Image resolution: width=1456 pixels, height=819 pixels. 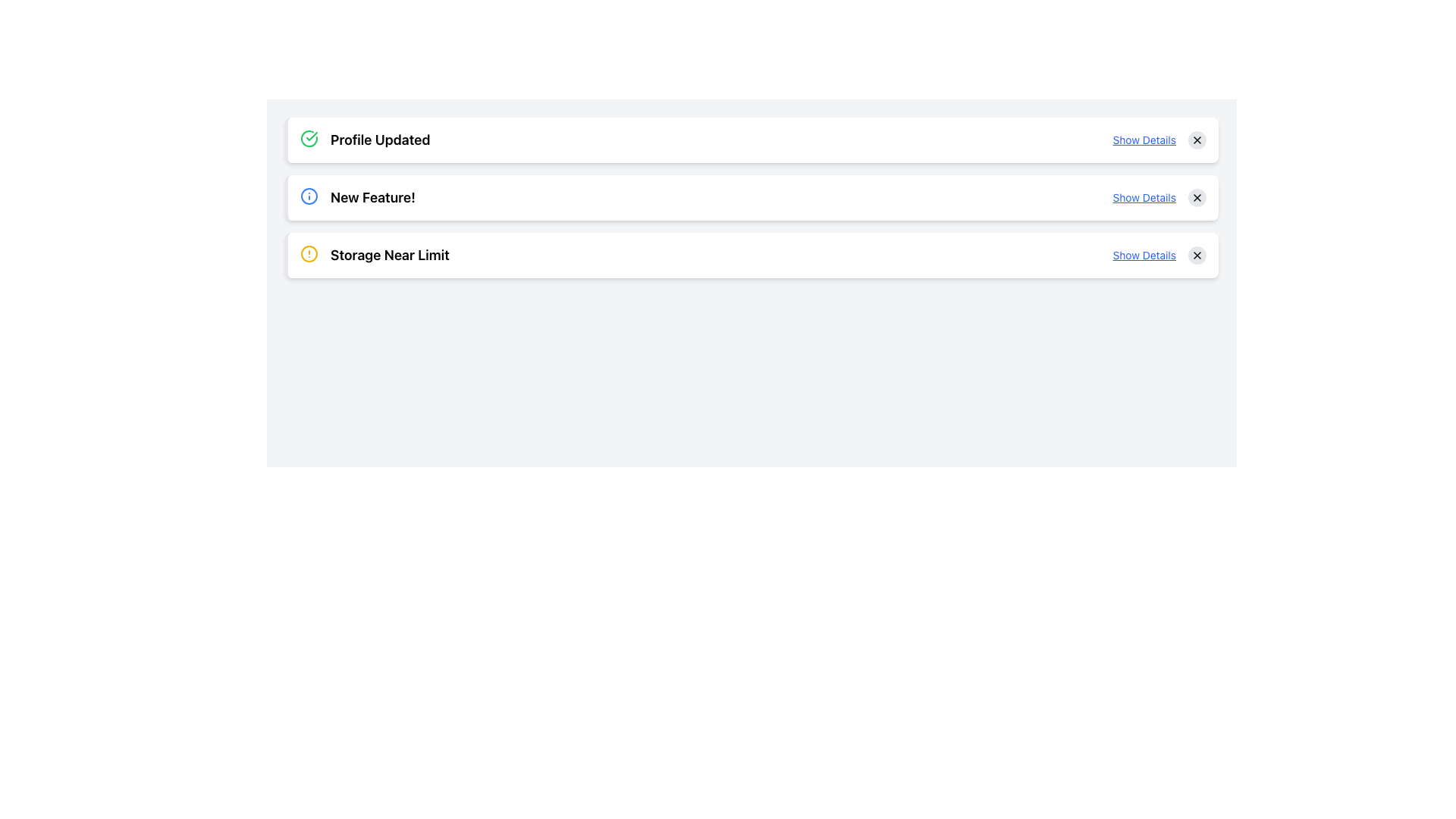 What do you see at coordinates (1159, 254) in the screenshot?
I see `the 'Show Details' hyperlink in the 'Storage Near Limit' notification panel` at bounding box center [1159, 254].